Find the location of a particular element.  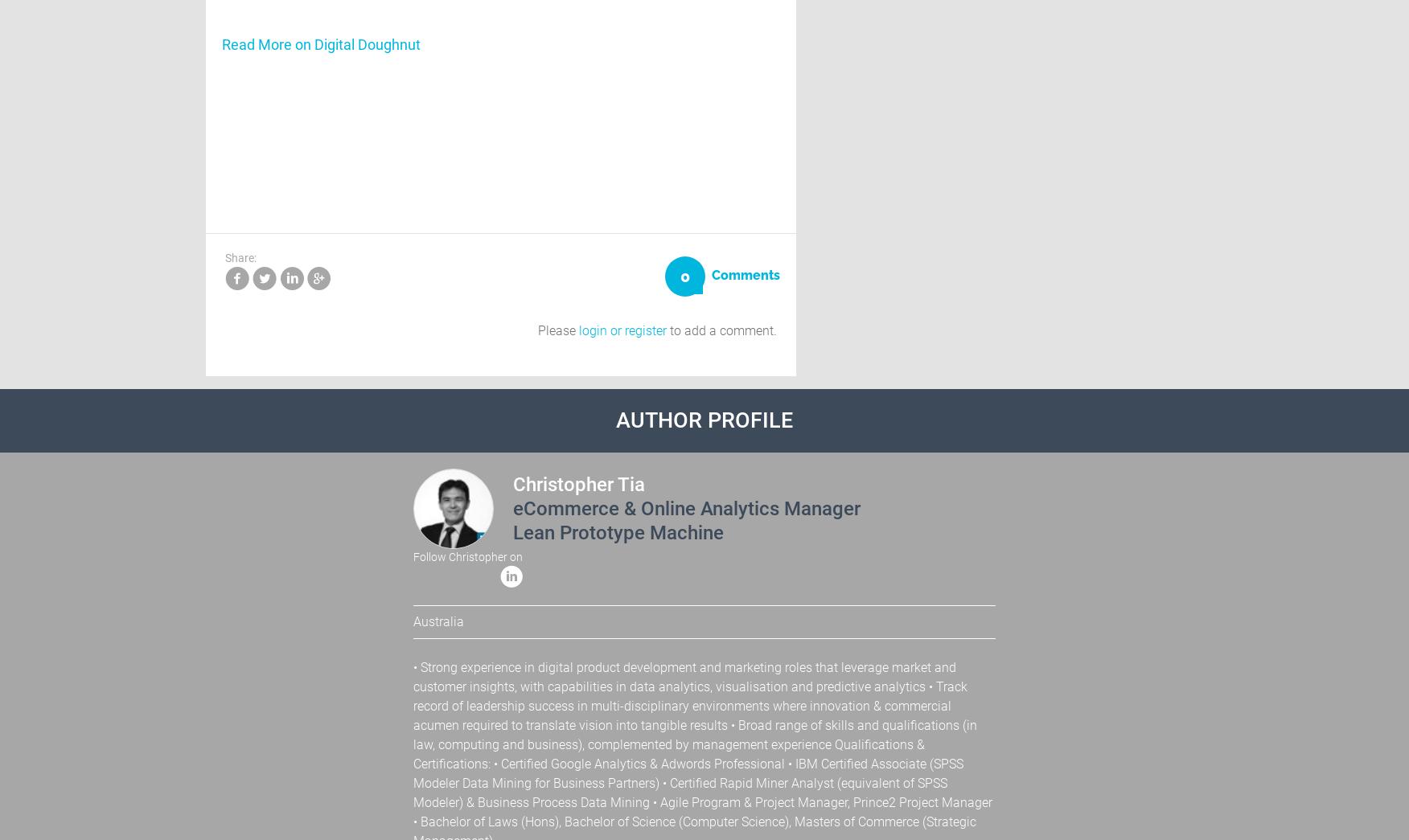

'0' is located at coordinates (680, 275).